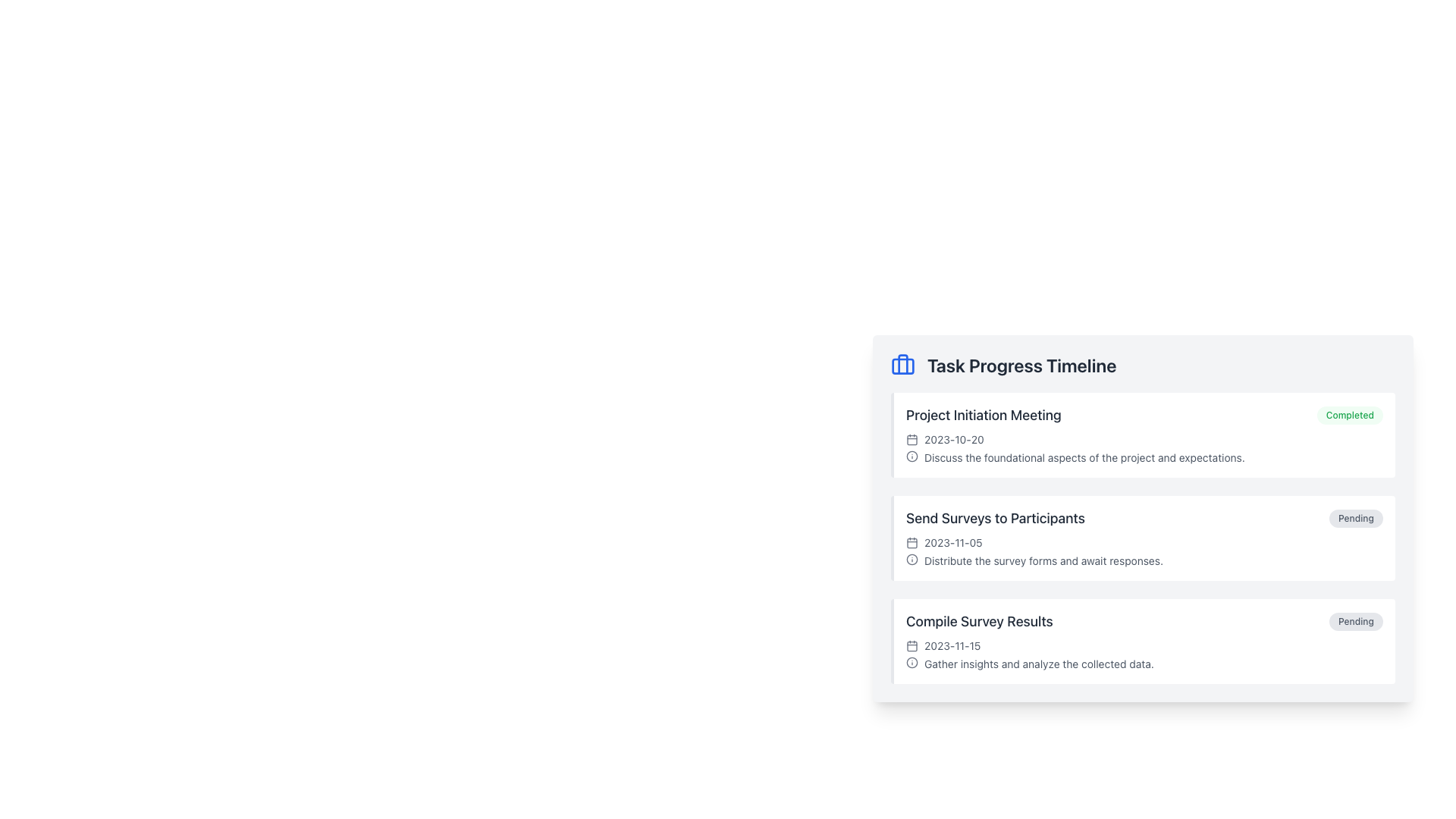 The width and height of the screenshot is (1456, 819). I want to click on the Informational Icon styled with a gray outline containing the letter 'i', located, so click(912, 559).